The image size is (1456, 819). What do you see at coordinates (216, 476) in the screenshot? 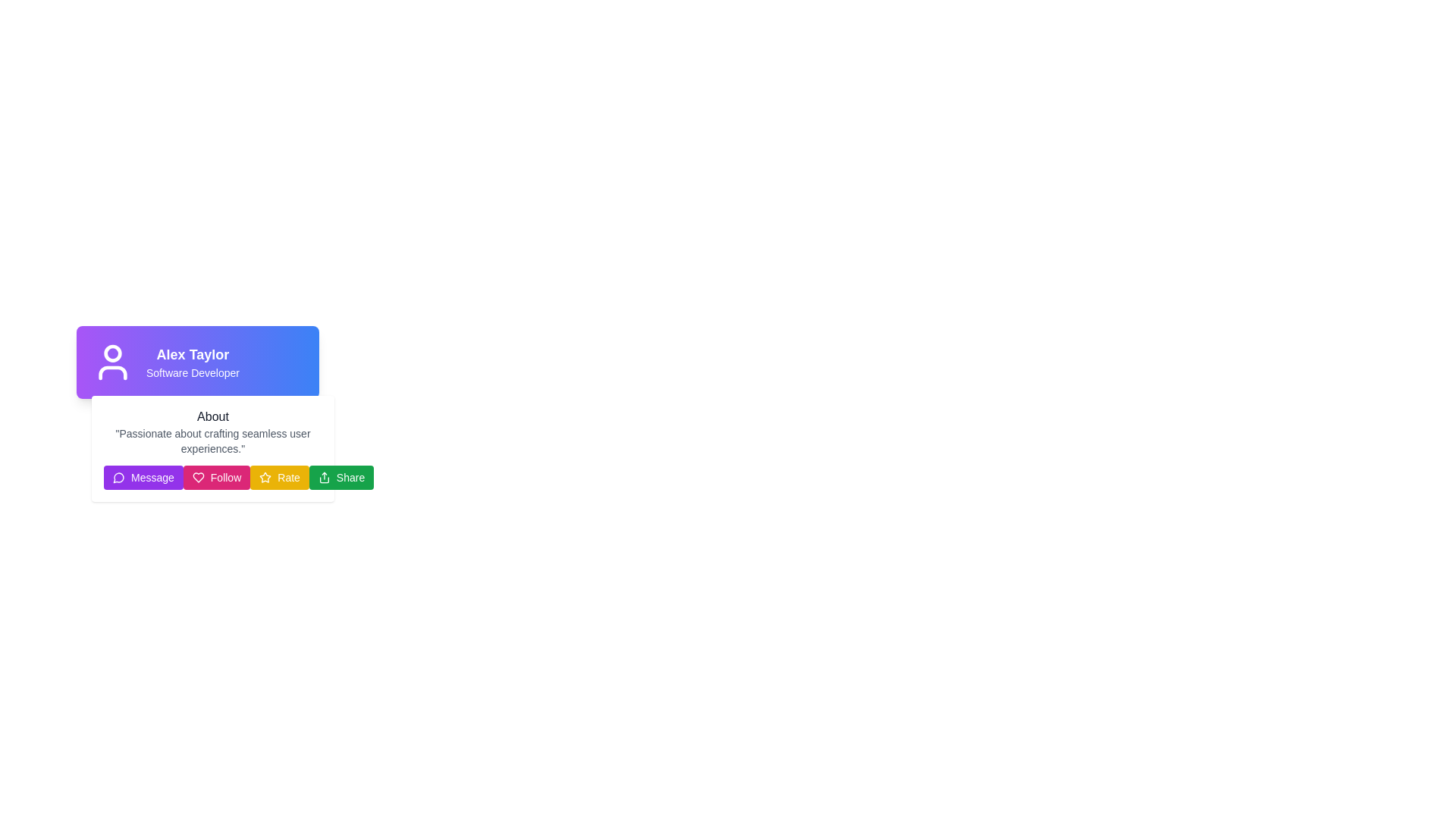
I see `the follow button located in the row of buttons at the bottom of the card, which is the second button from the left` at bounding box center [216, 476].